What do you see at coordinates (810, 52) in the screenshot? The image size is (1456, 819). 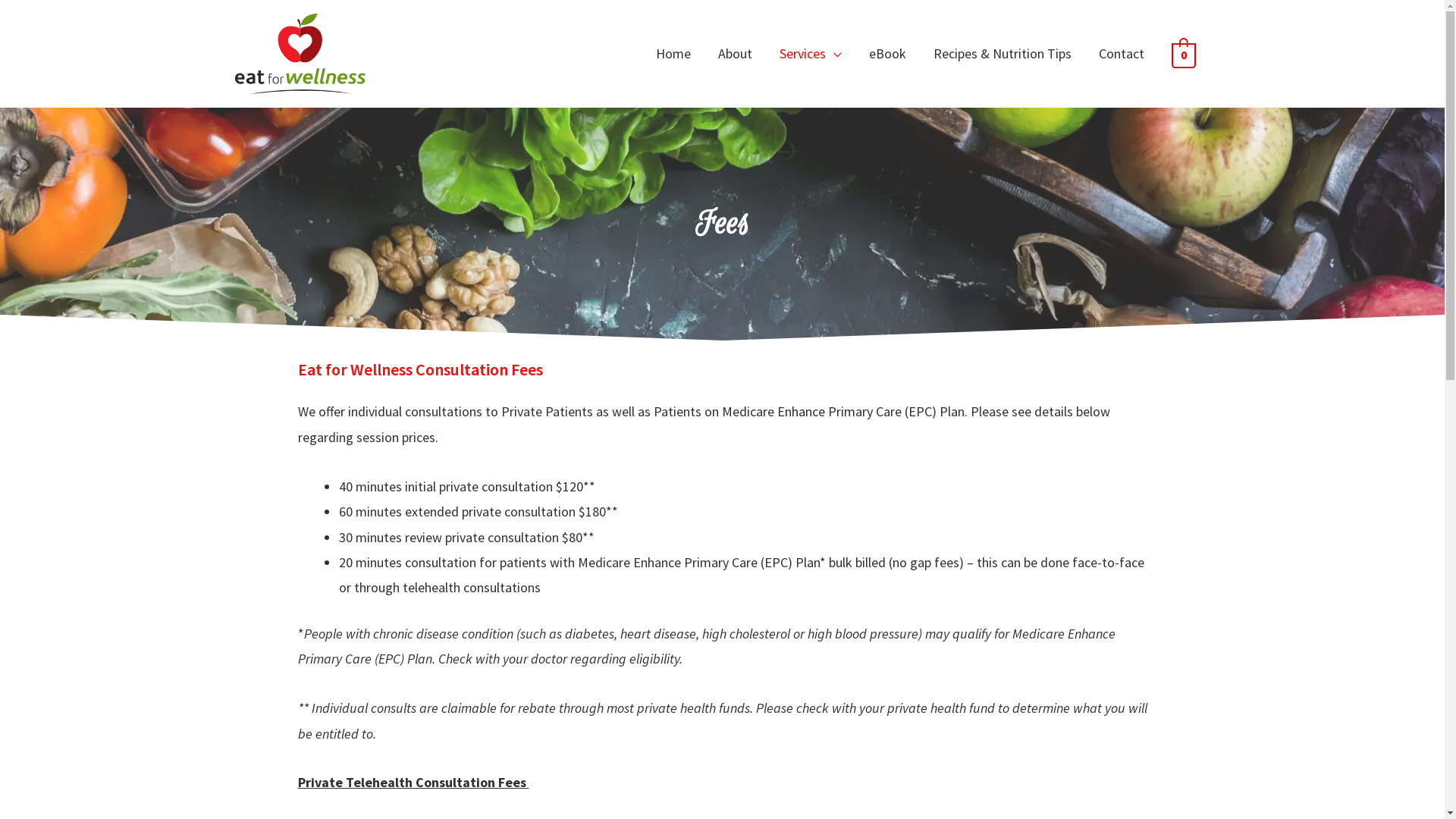 I see `'Services'` at bounding box center [810, 52].